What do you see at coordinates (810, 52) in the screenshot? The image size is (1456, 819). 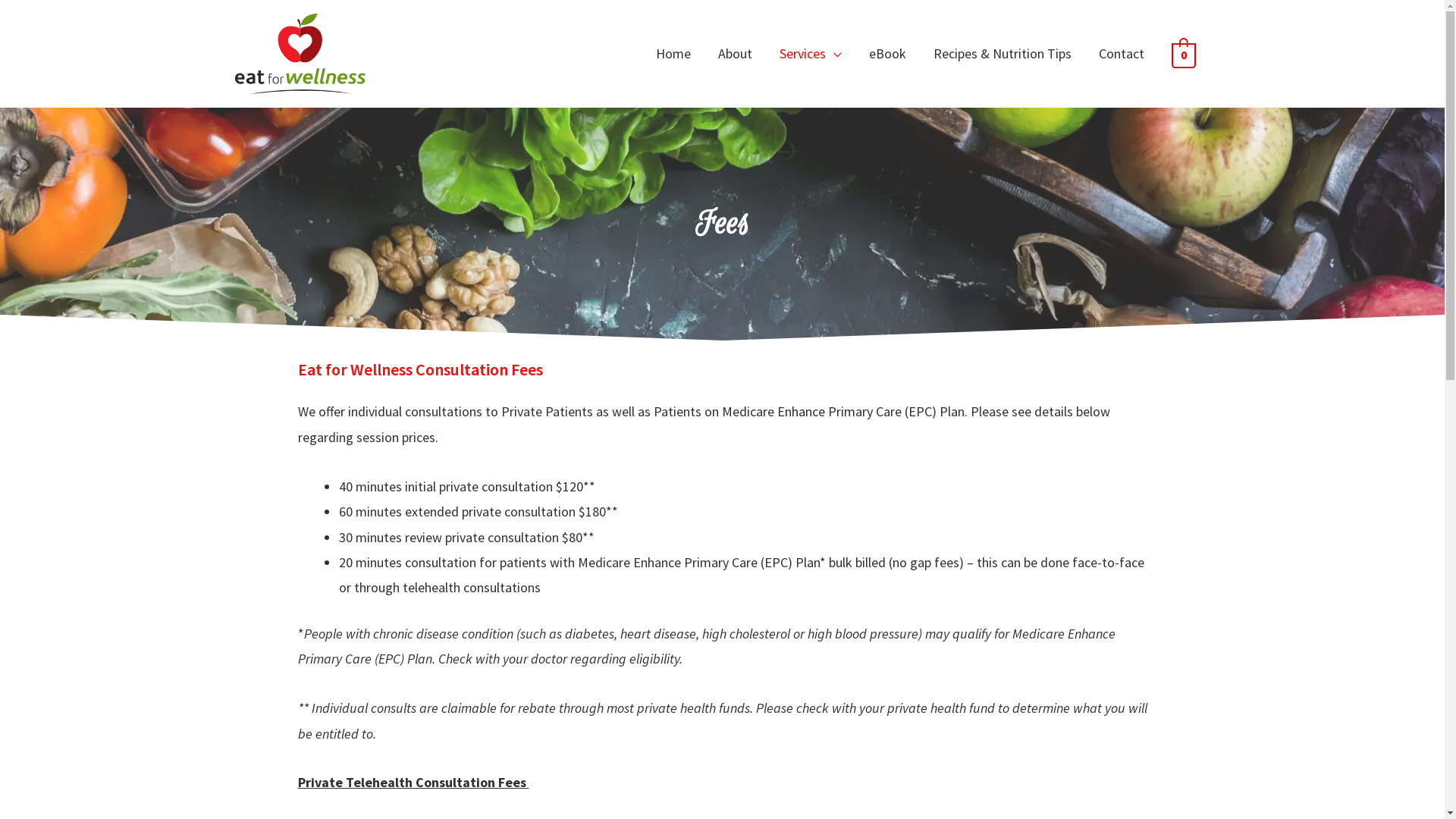 I see `'Services'` at bounding box center [810, 52].